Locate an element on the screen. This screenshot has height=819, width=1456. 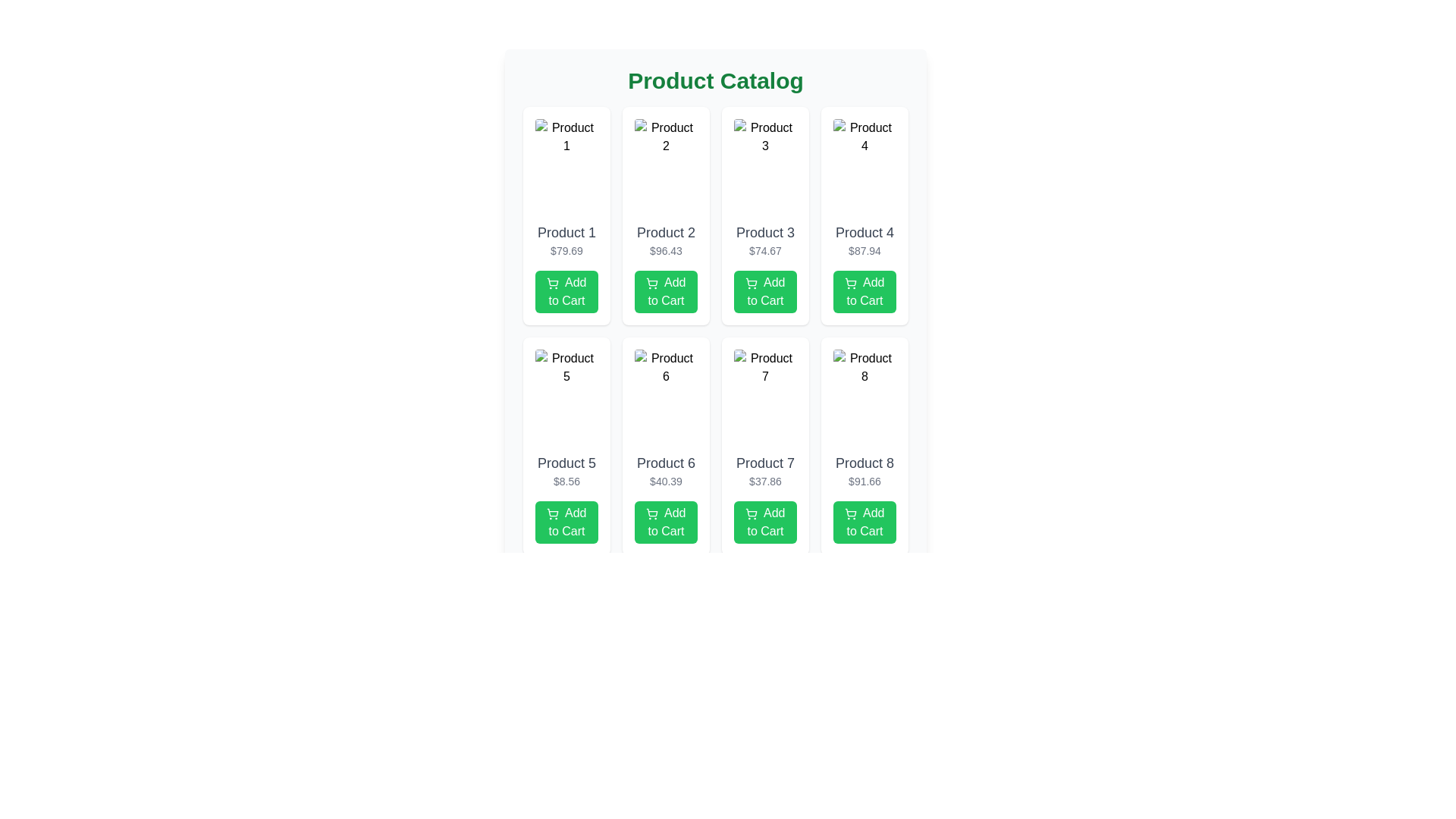
the graphical icon that signifies the action to add the associated product to the user's shopping cart, located within the 'Add to Cart' button for Product 3 is located at coordinates (752, 281).